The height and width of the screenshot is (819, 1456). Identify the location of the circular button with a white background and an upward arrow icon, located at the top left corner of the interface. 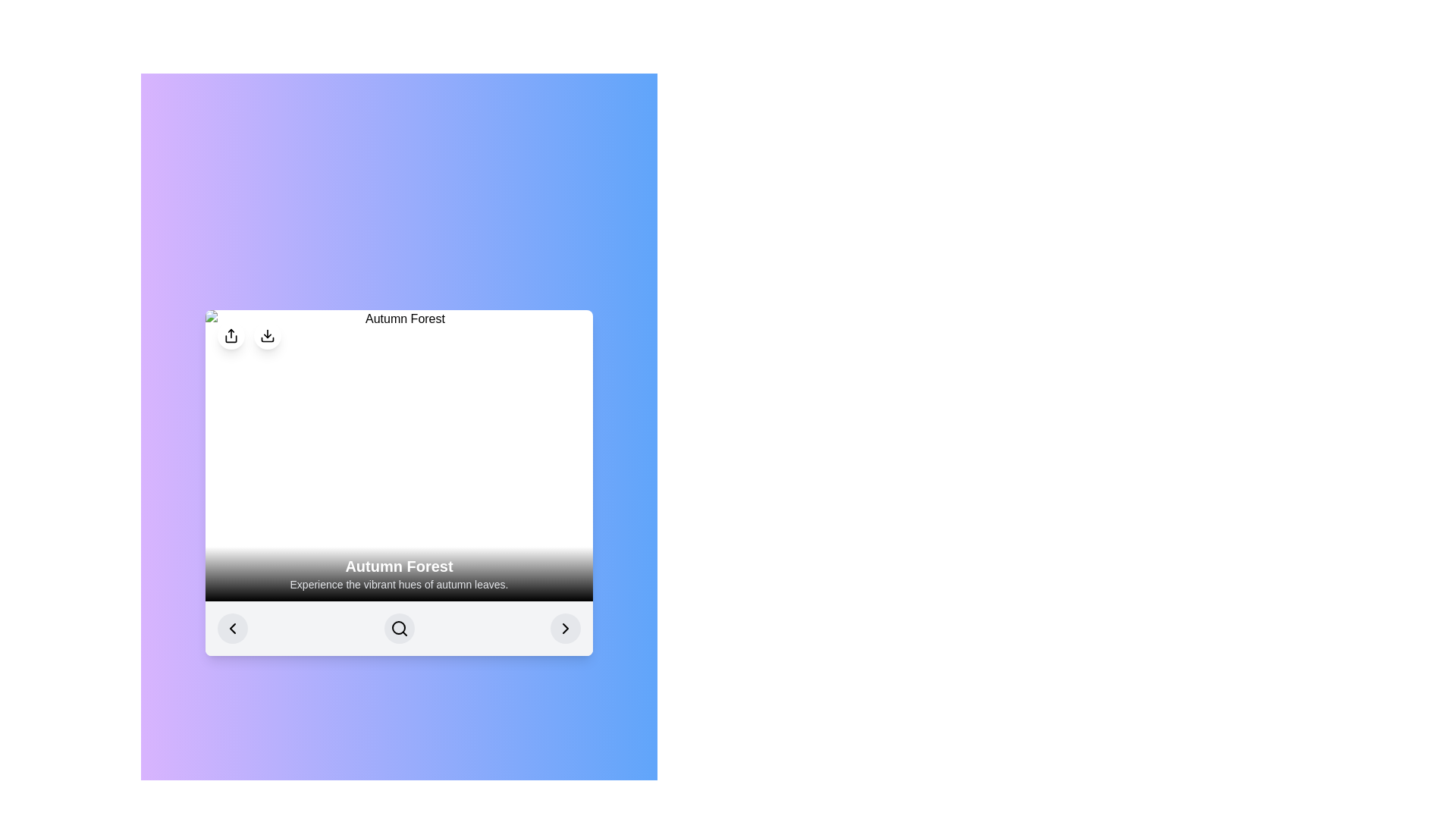
(231, 335).